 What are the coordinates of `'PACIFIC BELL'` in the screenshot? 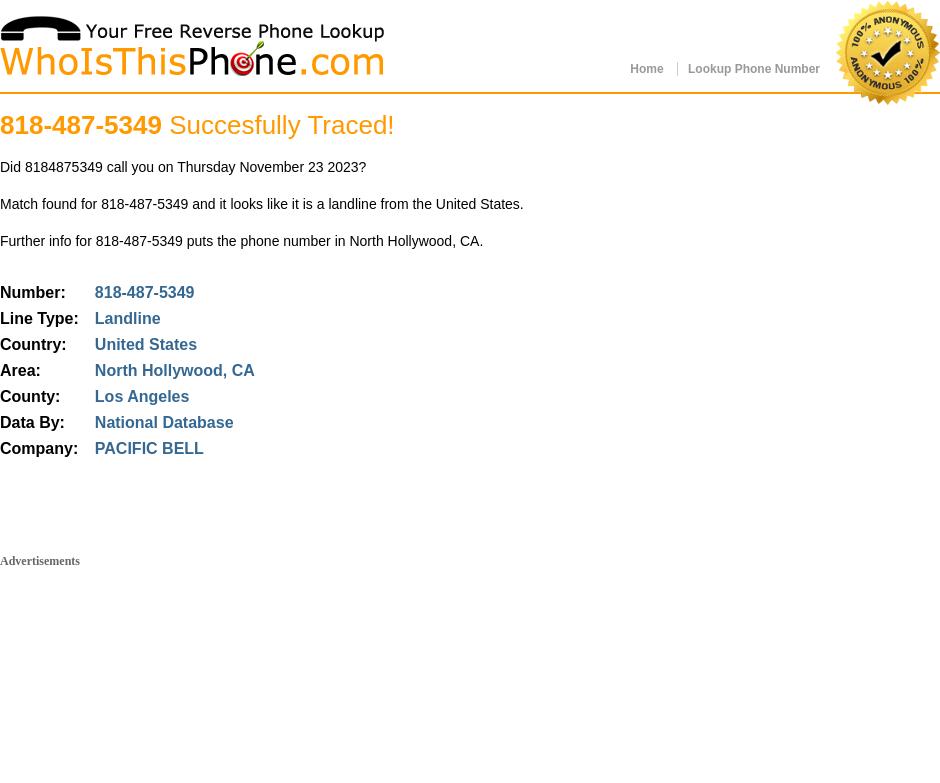 It's located at (147, 447).